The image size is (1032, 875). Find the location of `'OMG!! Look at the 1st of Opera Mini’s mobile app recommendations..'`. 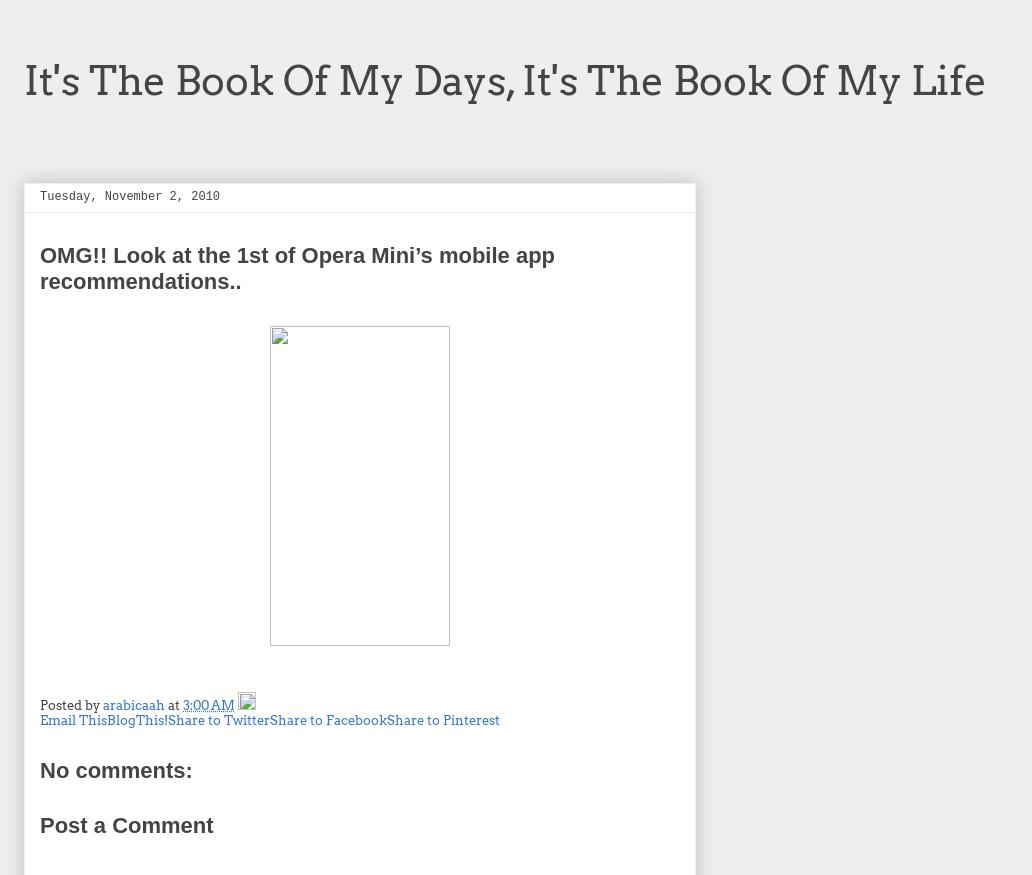

'OMG!! Look at the 1st of Opera Mini’s mobile app recommendations..' is located at coordinates (297, 266).